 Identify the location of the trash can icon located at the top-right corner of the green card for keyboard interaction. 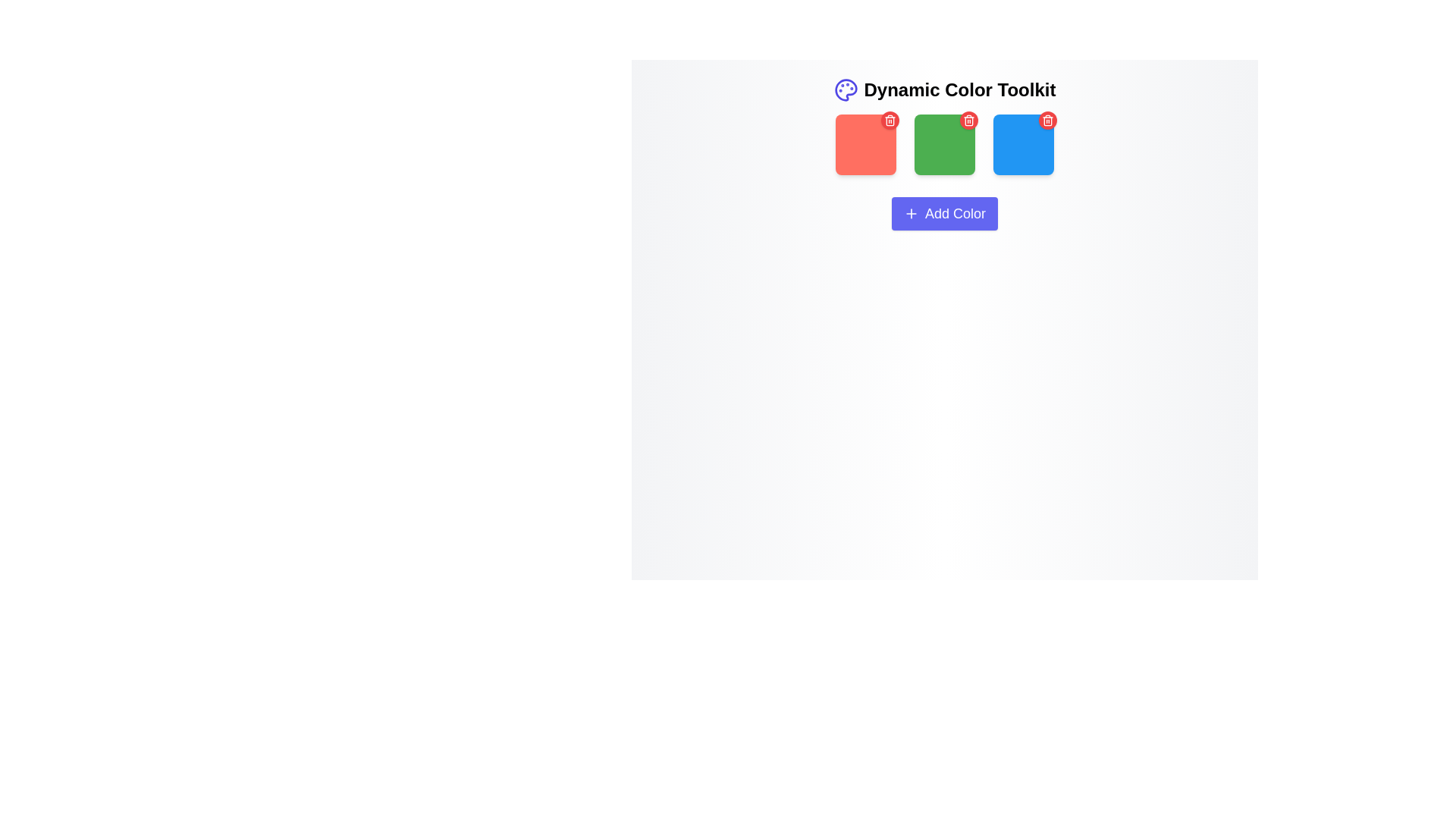
(1047, 119).